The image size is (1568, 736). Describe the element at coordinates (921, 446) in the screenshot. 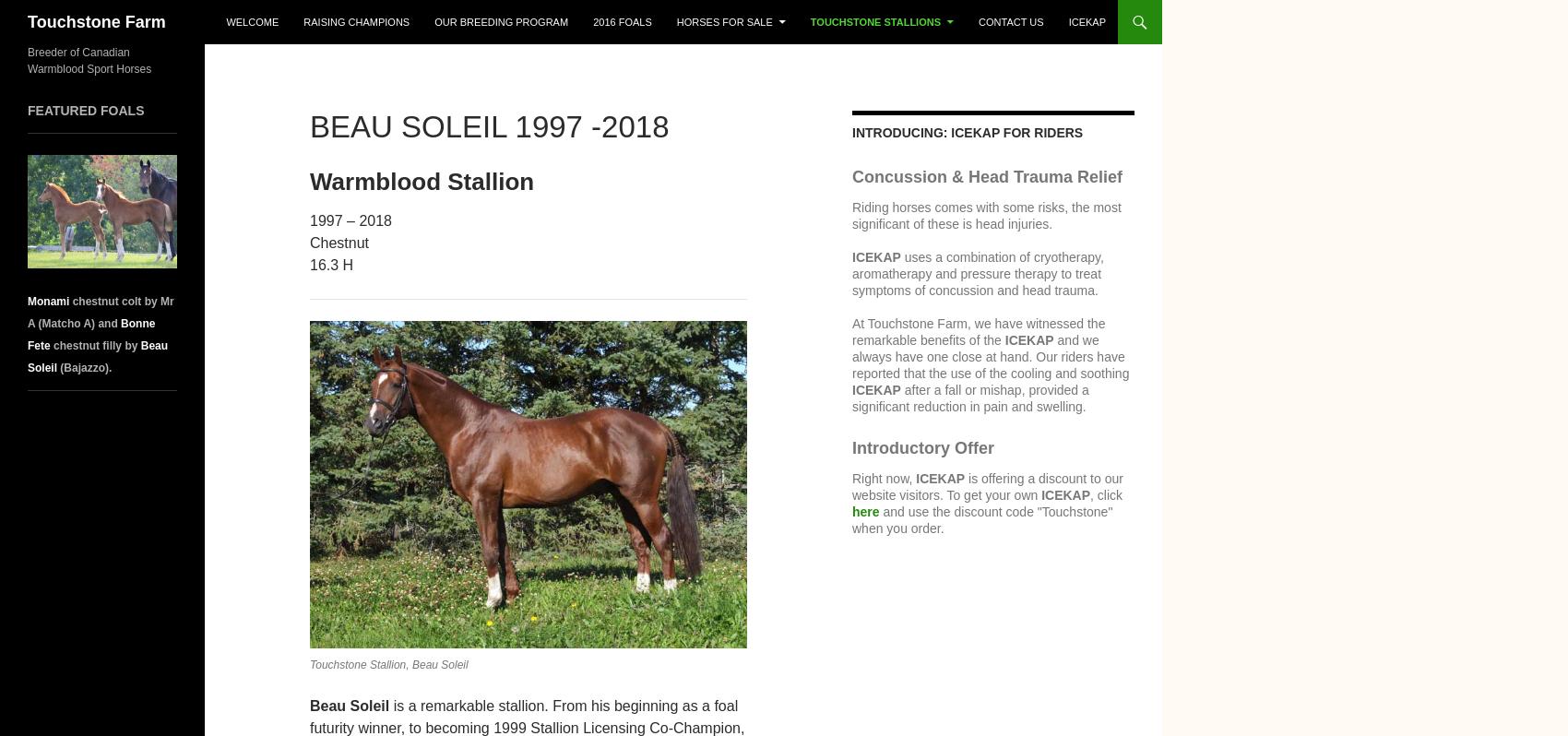

I see `'Introductory Offer'` at that location.